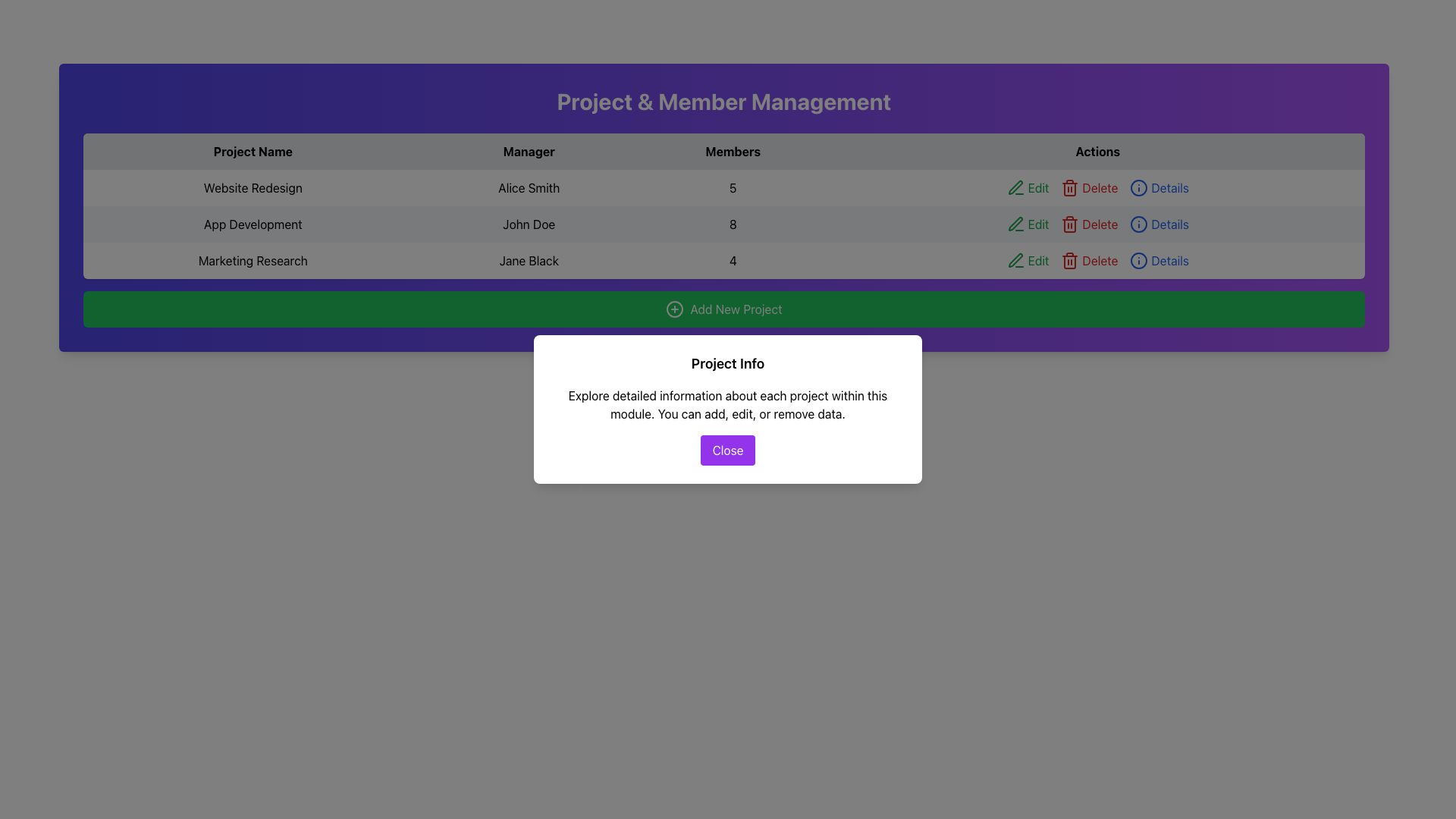 The height and width of the screenshot is (819, 1456). Describe the element at coordinates (1069, 259) in the screenshot. I see `the trash can icon in the 'Delete' button located in the 'Actions' column of the last row in the table to initiate a delete action` at that location.